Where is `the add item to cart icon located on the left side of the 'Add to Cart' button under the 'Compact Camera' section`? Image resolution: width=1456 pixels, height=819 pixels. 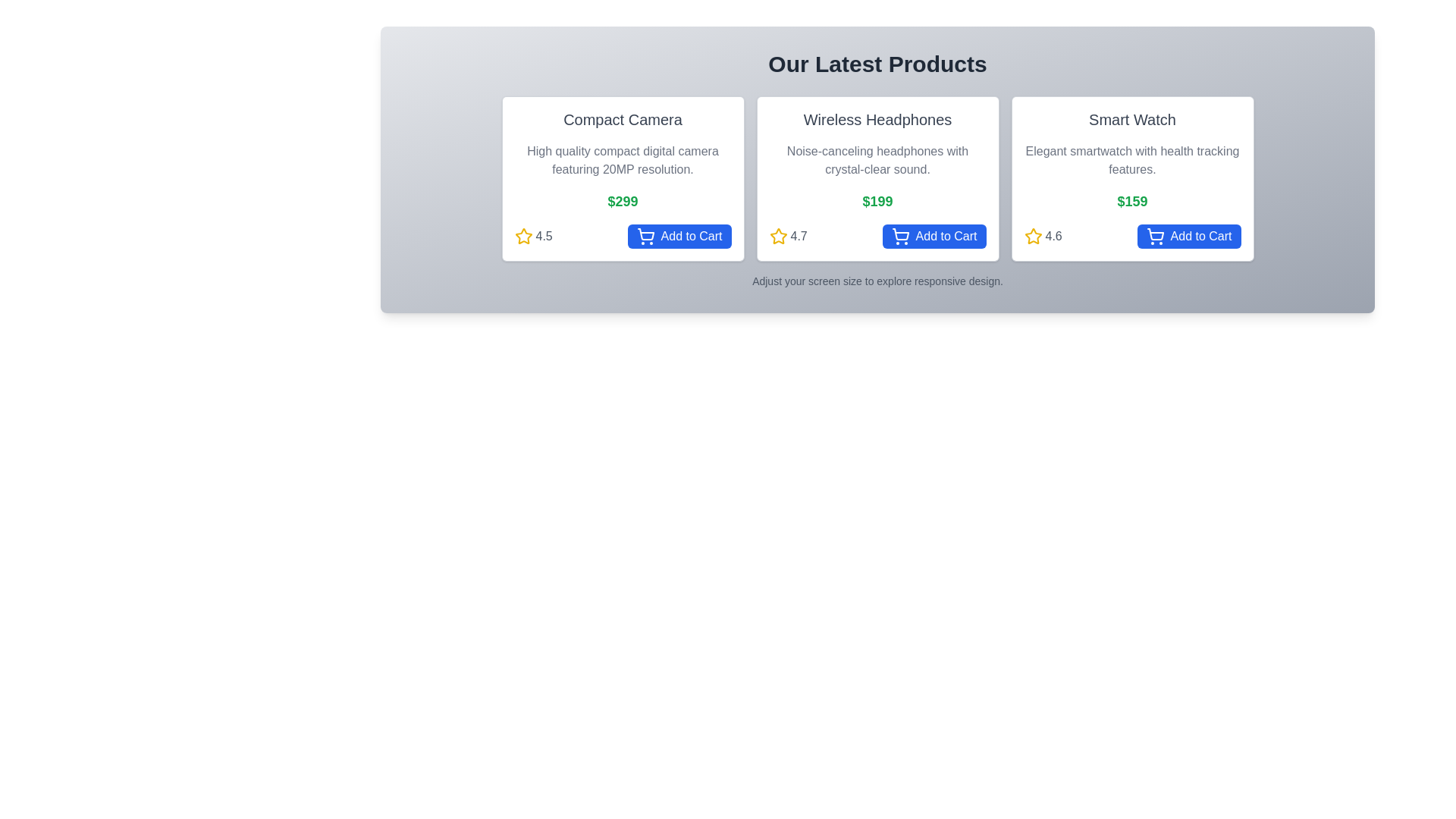 the add item to cart icon located on the left side of the 'Add to Cart' button under the 'Compact Camera' section is located at coordinates (645, 237).